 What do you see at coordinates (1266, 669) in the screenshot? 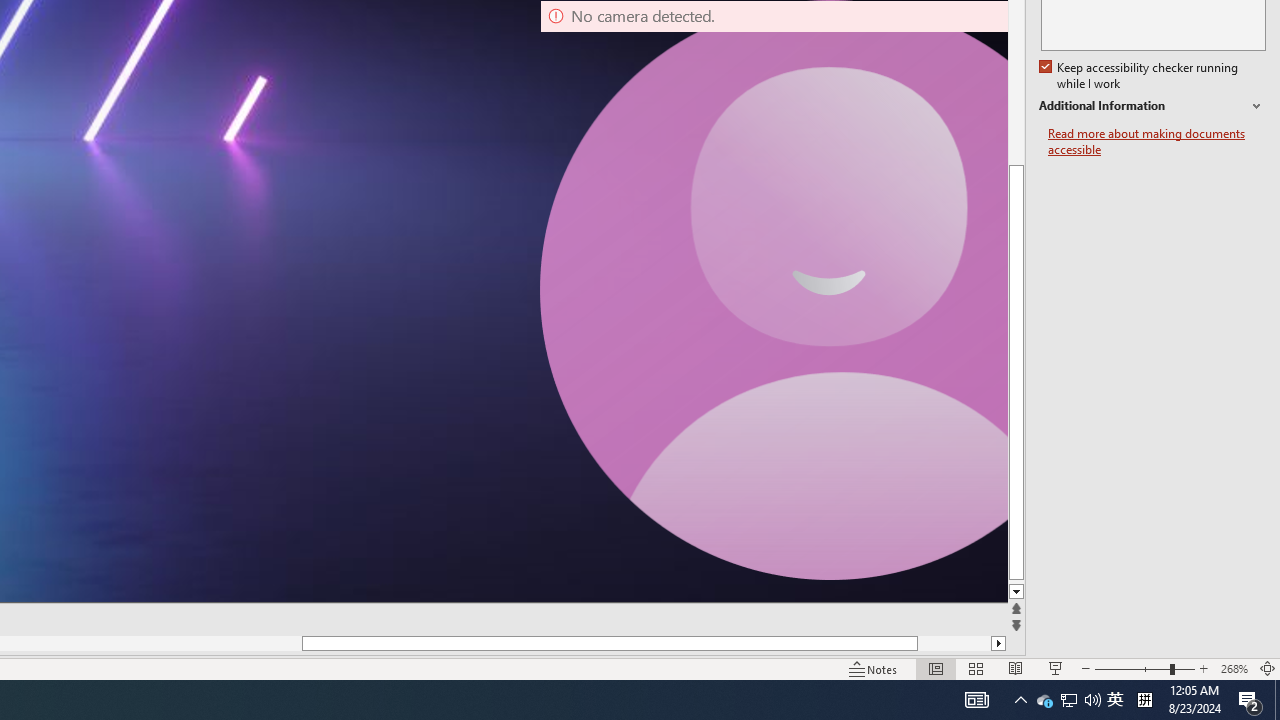
I see `'Zoom to Fit '` at bounding box center [1266, 669].